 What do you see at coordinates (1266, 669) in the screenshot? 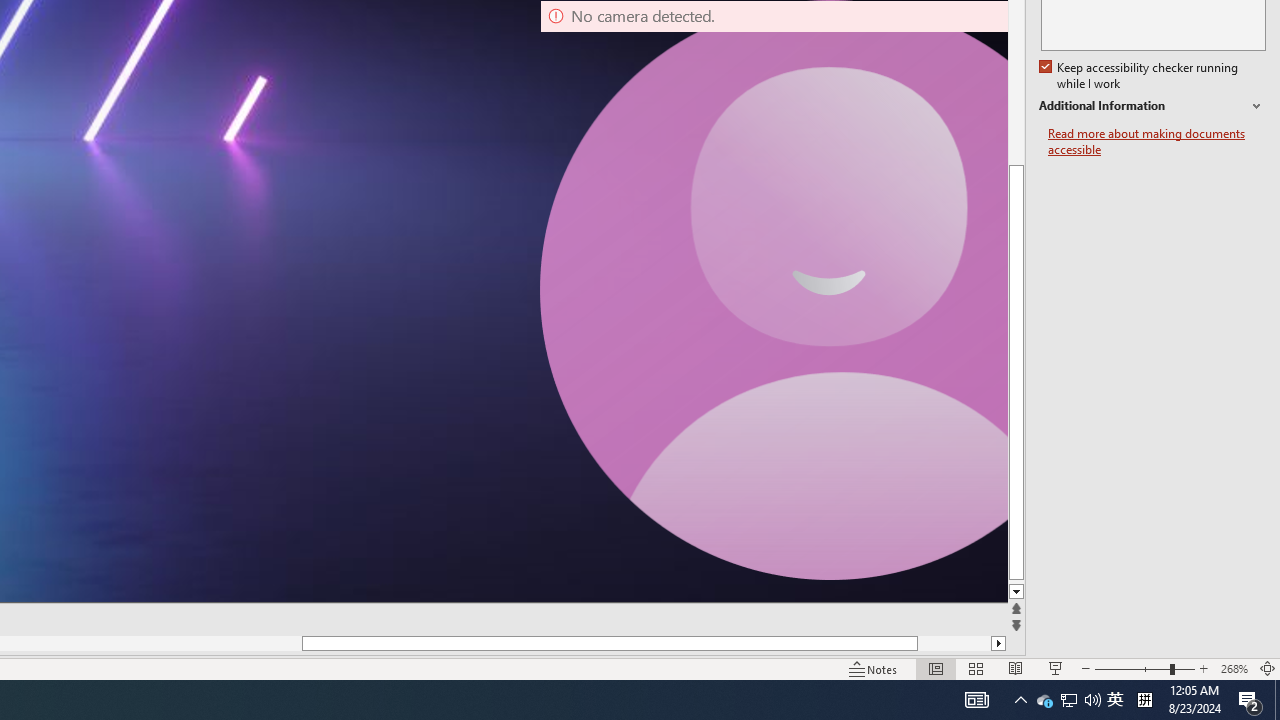
I see `'Zoom to Fit '` at bounding box center [1266, 669].